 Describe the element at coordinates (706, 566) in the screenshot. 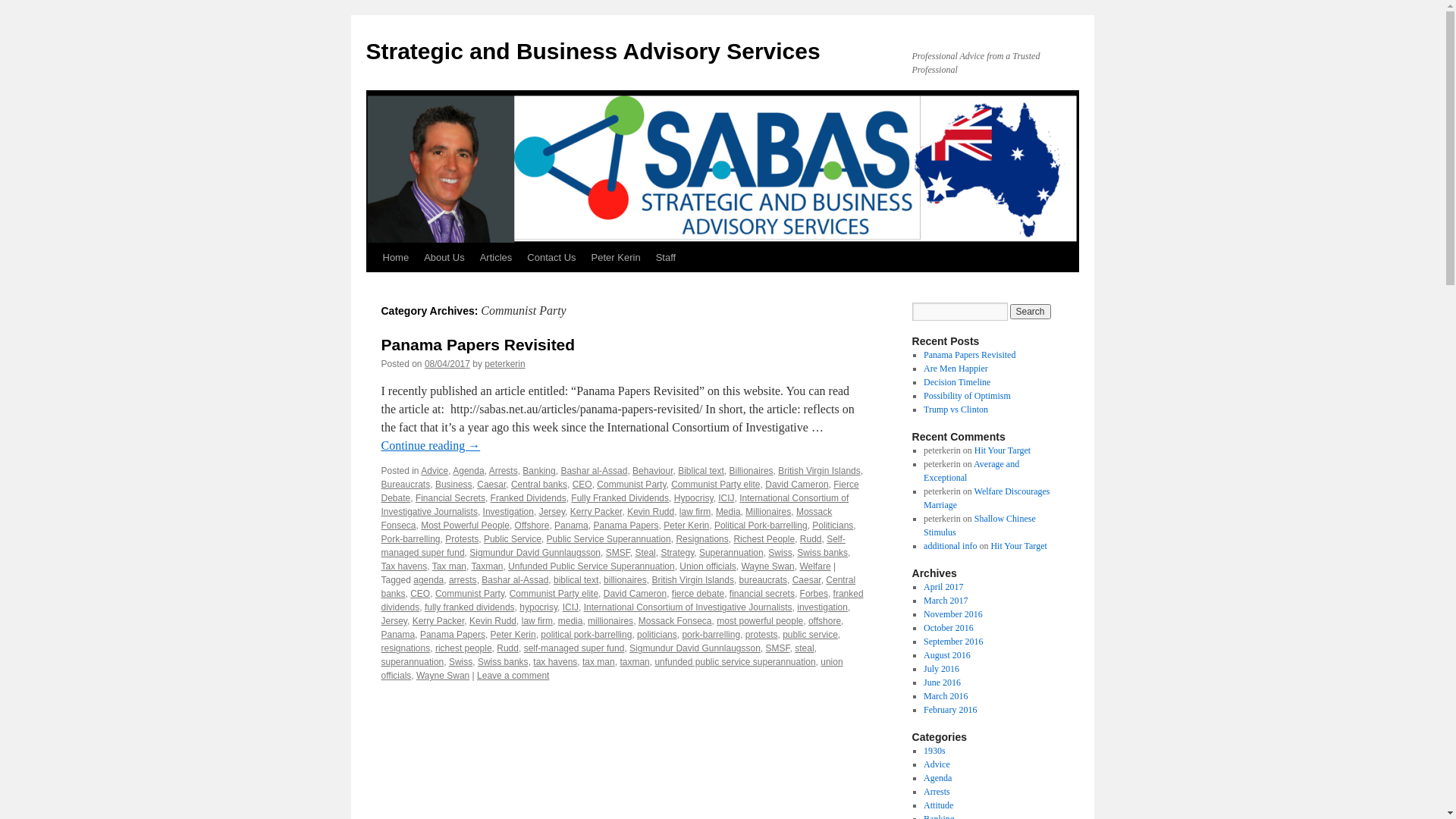

I see `'Union officials'` at that location.